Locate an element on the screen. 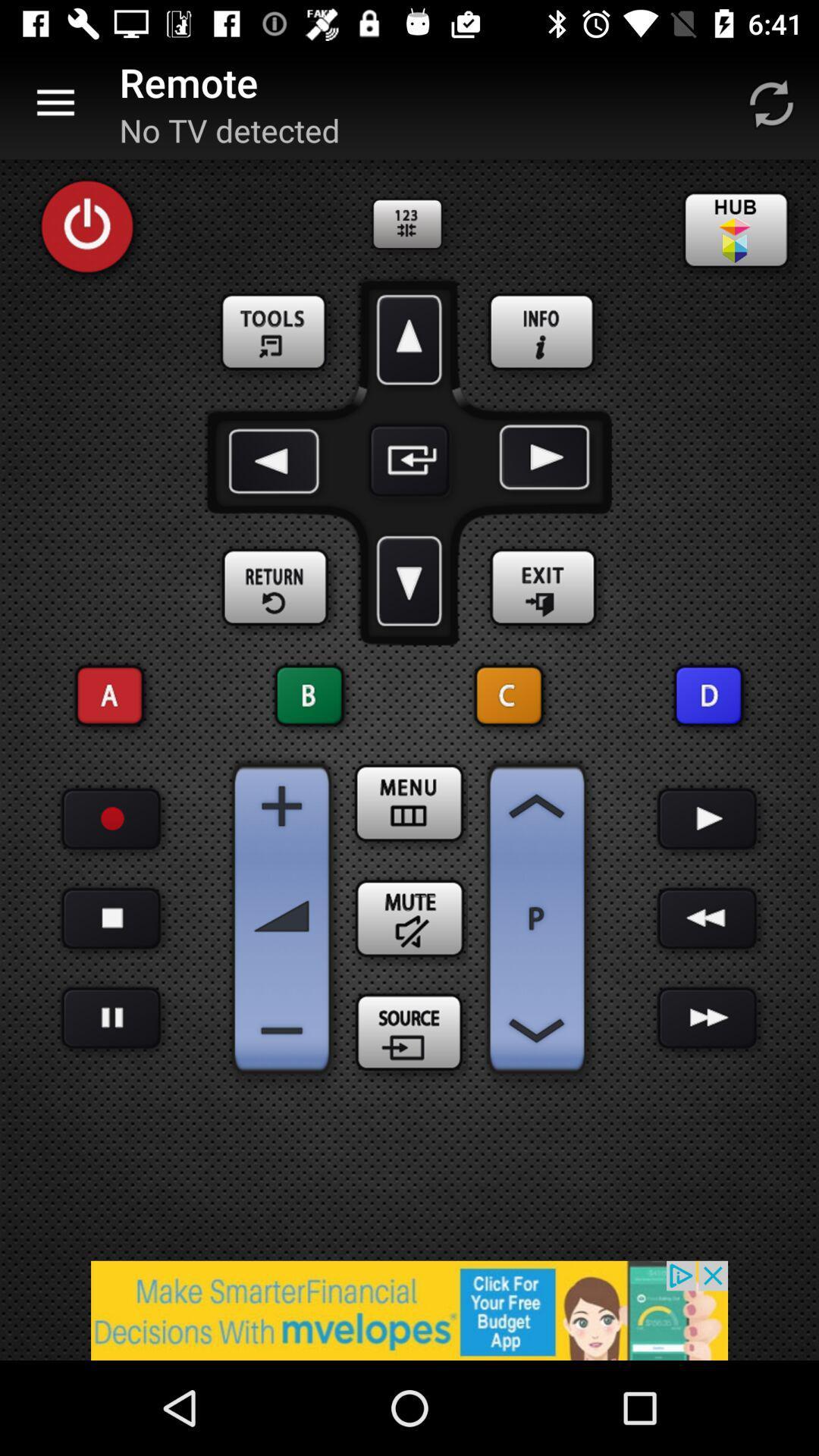  source option is located at coordinates (409, 1033).